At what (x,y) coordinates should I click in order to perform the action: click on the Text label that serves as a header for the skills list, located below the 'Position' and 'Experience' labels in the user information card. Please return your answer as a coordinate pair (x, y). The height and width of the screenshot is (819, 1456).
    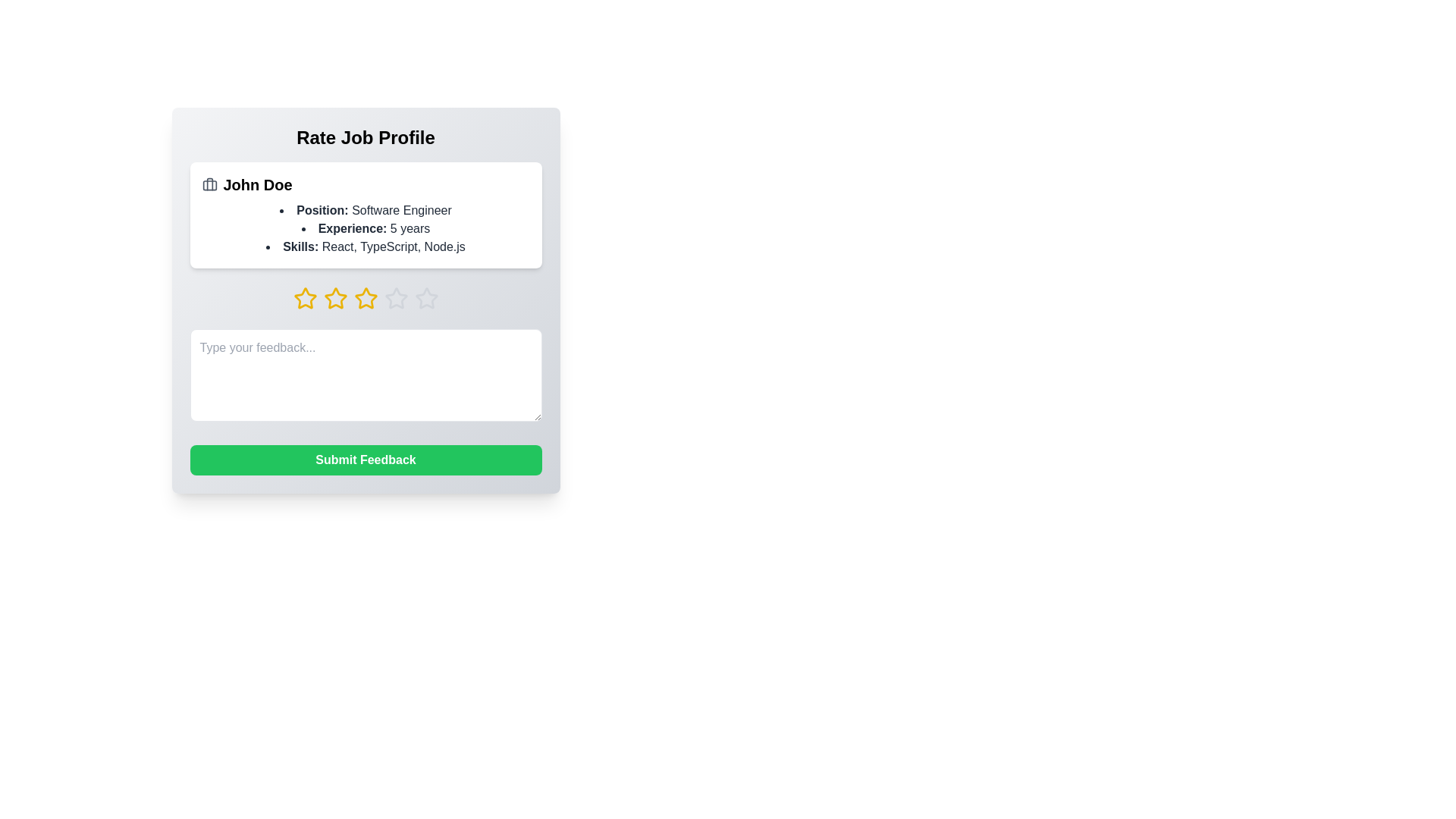
    Looking at the image, I should click on (300, 246).